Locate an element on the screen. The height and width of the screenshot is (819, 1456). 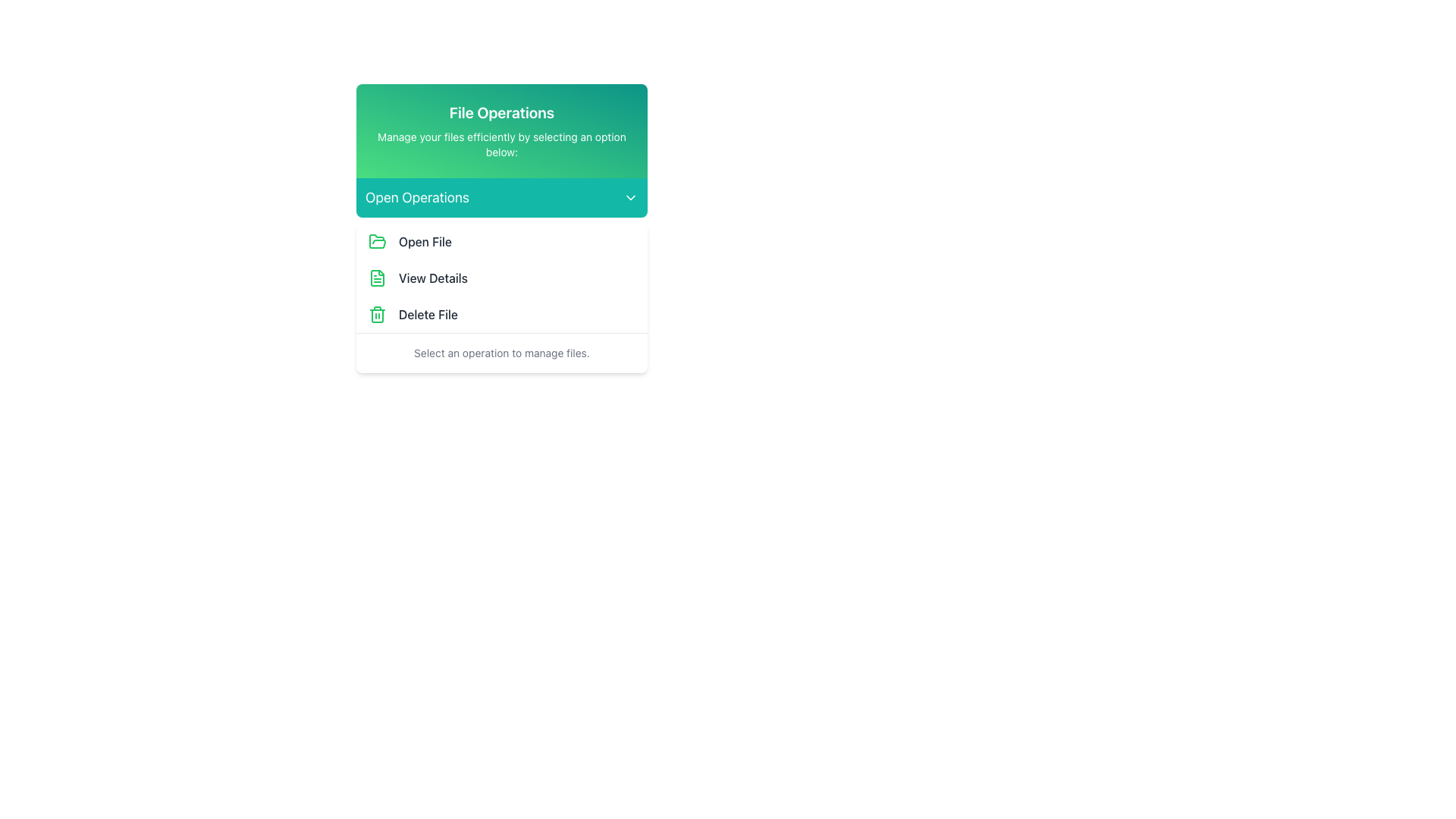
the second button in the 'File Operations' list, which allows users is located at coordinates (502, 278).